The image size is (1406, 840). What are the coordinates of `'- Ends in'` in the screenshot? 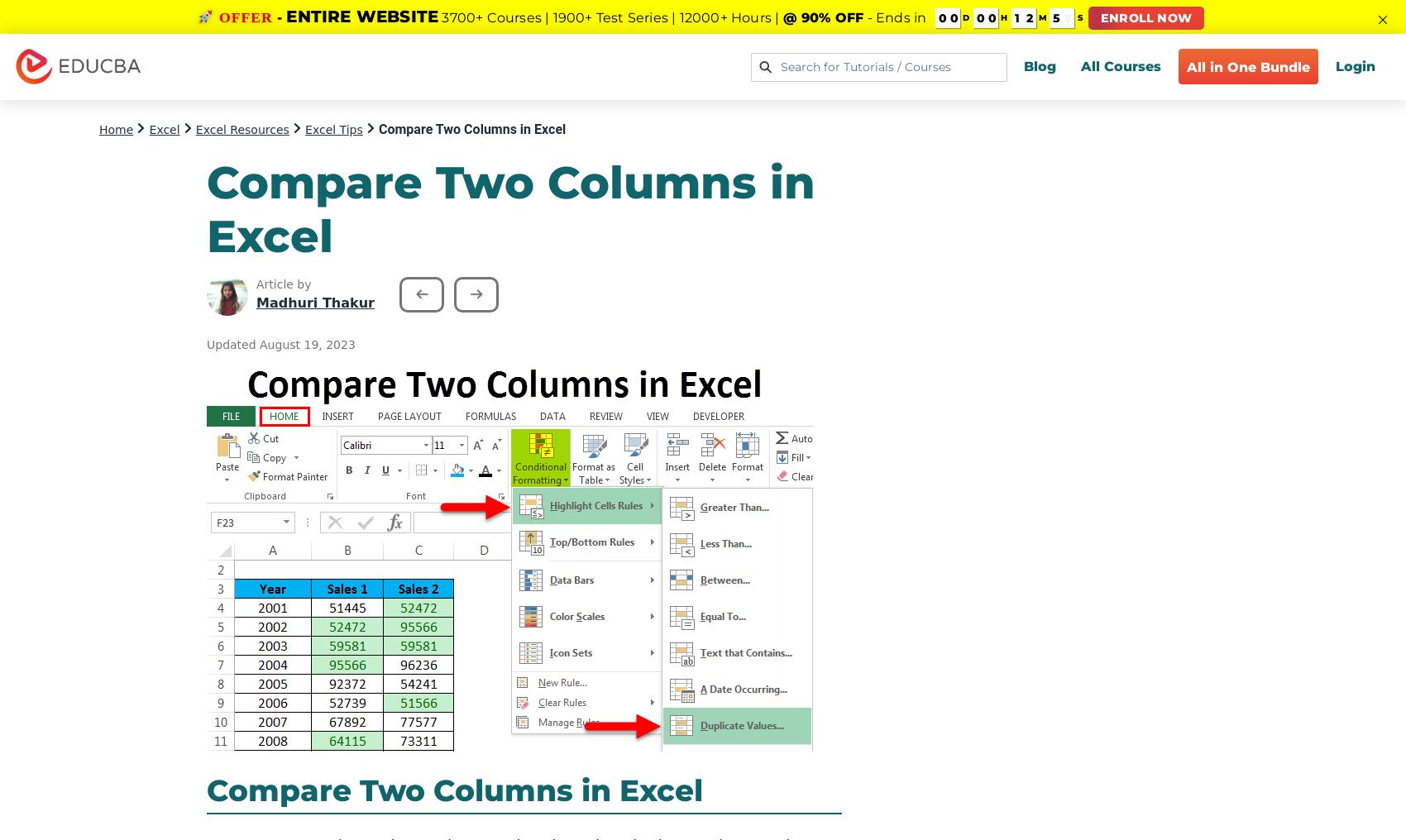 It's located at (895, 17).